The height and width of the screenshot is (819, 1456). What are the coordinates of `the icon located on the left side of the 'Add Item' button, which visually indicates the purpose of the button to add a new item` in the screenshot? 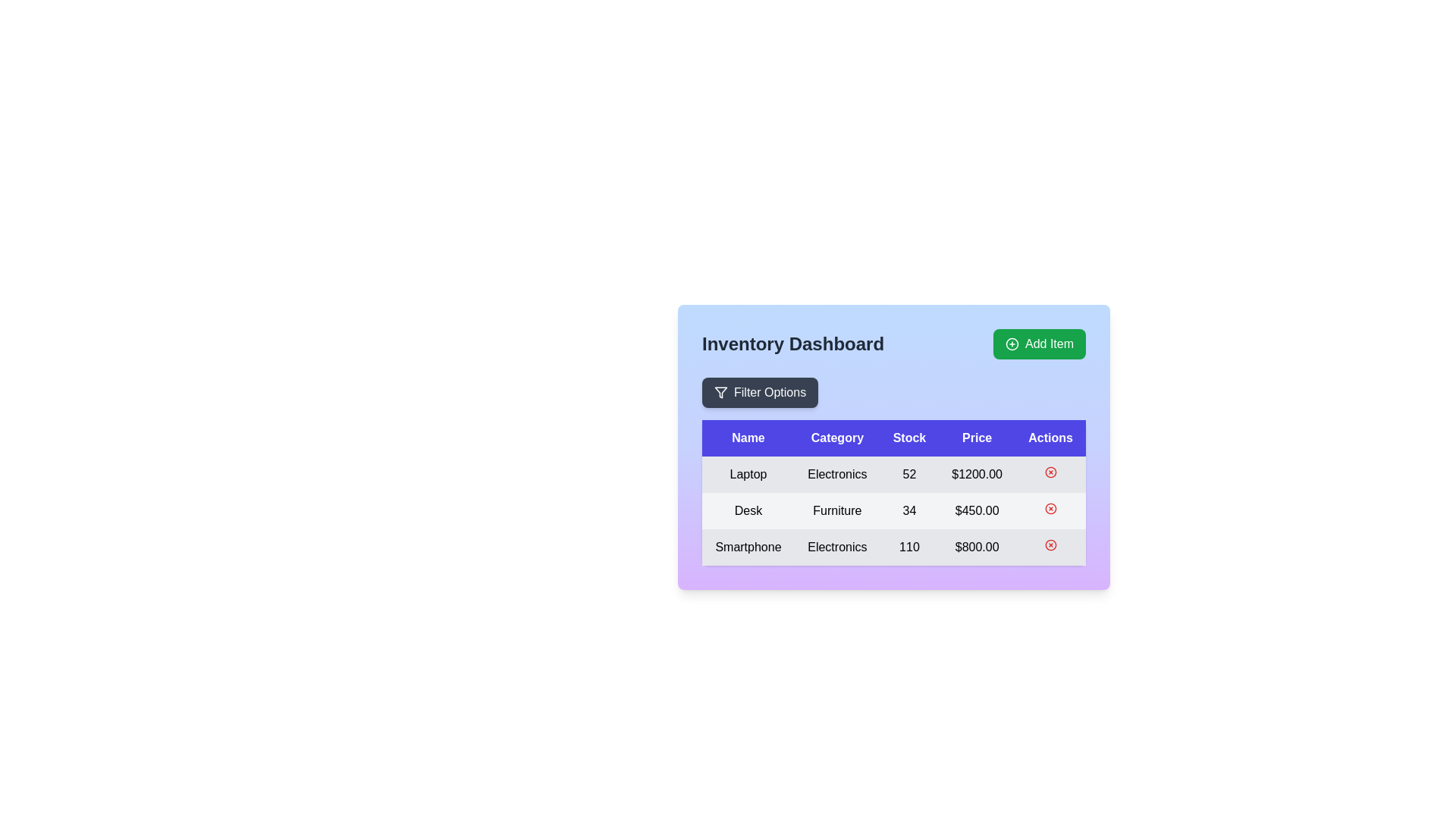 It's located at (1012, 344).